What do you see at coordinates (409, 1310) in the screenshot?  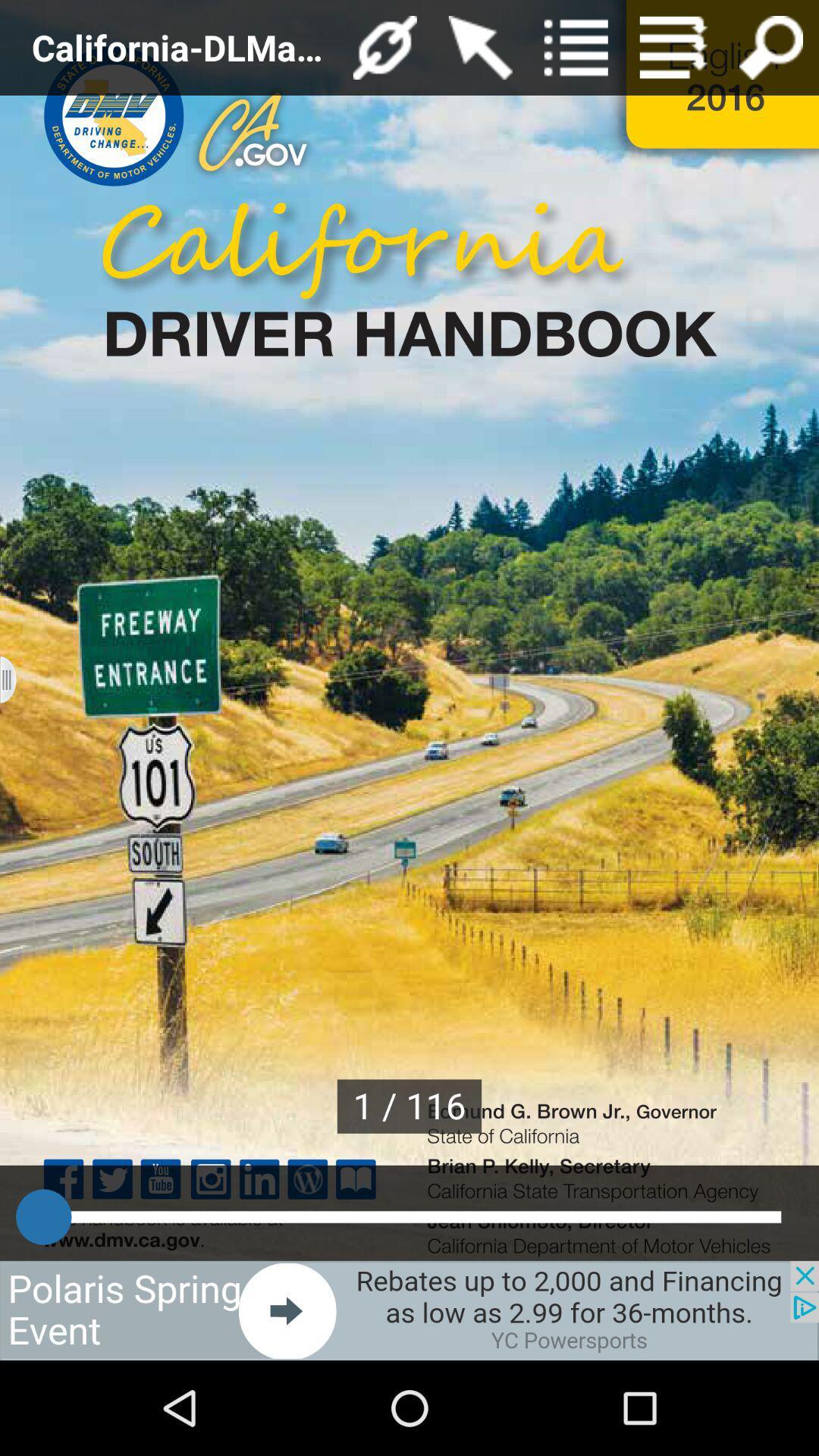 I see `visit this advertiser page` at bounding box center [409, 1310].